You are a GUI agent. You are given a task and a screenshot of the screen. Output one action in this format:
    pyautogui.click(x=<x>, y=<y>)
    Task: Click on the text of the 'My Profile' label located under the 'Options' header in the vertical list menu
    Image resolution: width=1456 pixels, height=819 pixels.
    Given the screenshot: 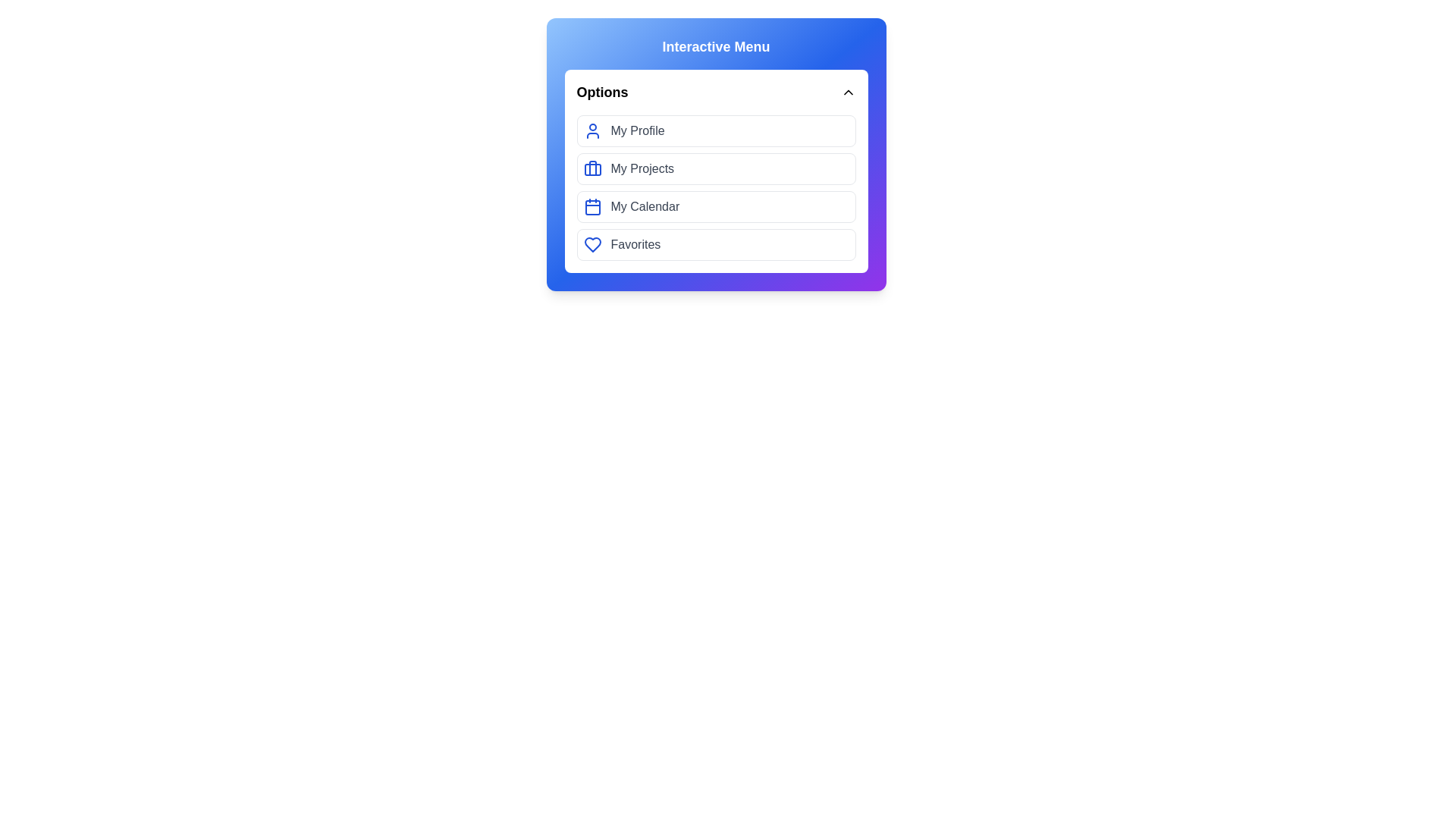 What is the action you would take?
    pyautogui.click(x=638, y=130)
    